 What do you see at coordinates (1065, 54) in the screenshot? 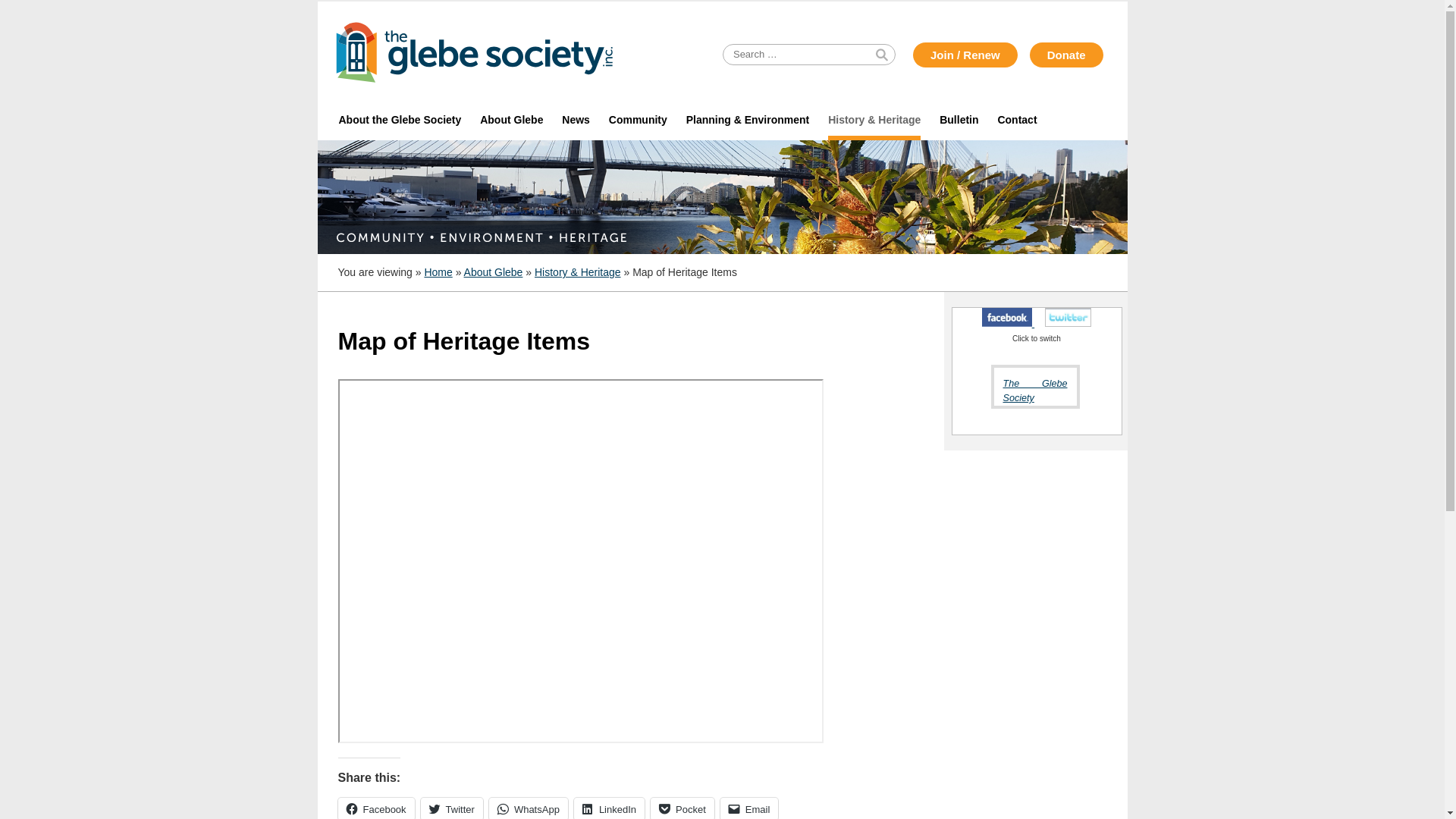
I see `'Donate'` at bounding box center [1065, 54].